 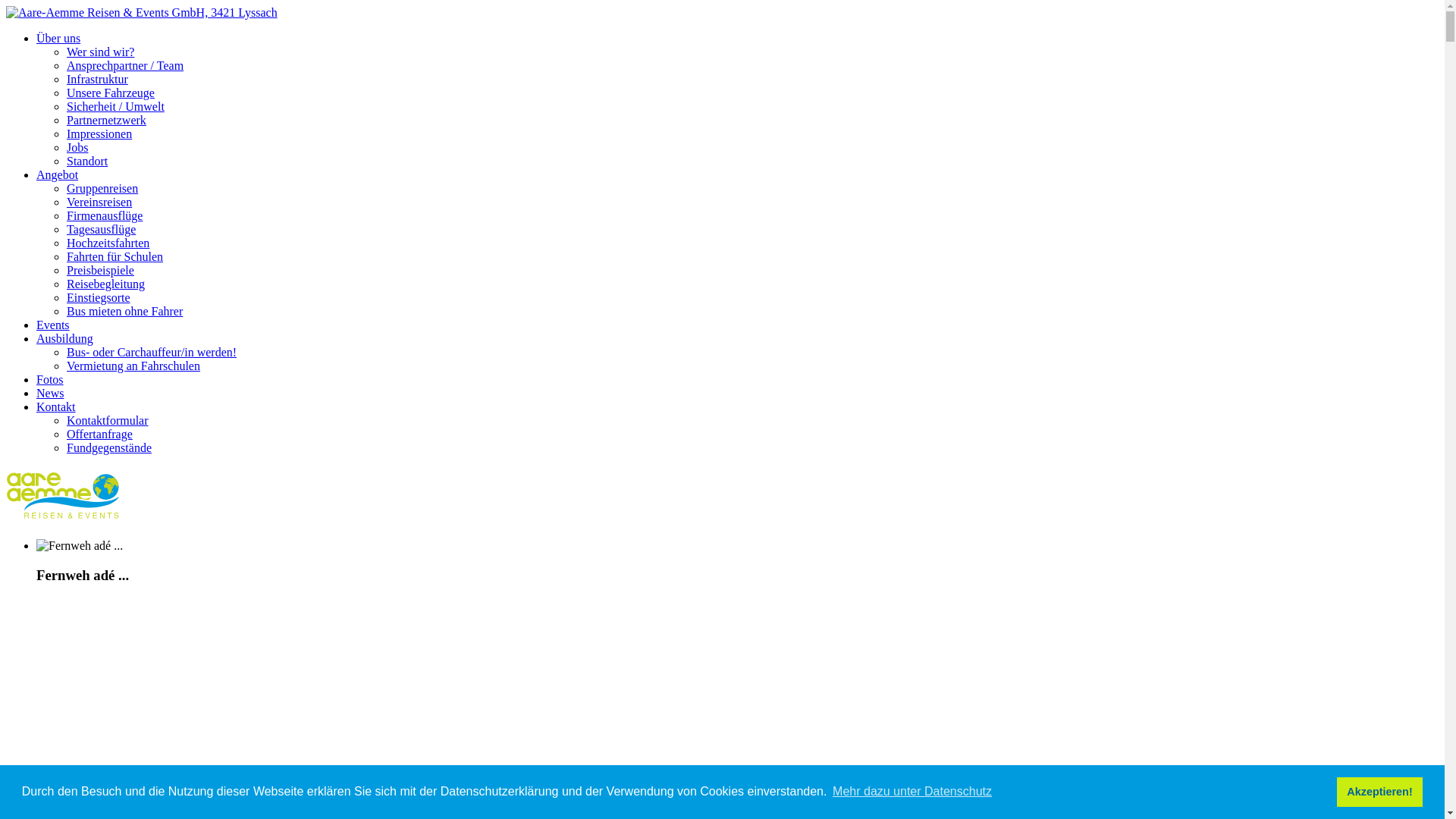 What do you see at coordinates (105, 119) in the screenshot?
I see `'Partnernetzwerk'` at bounding box center [105, 119].